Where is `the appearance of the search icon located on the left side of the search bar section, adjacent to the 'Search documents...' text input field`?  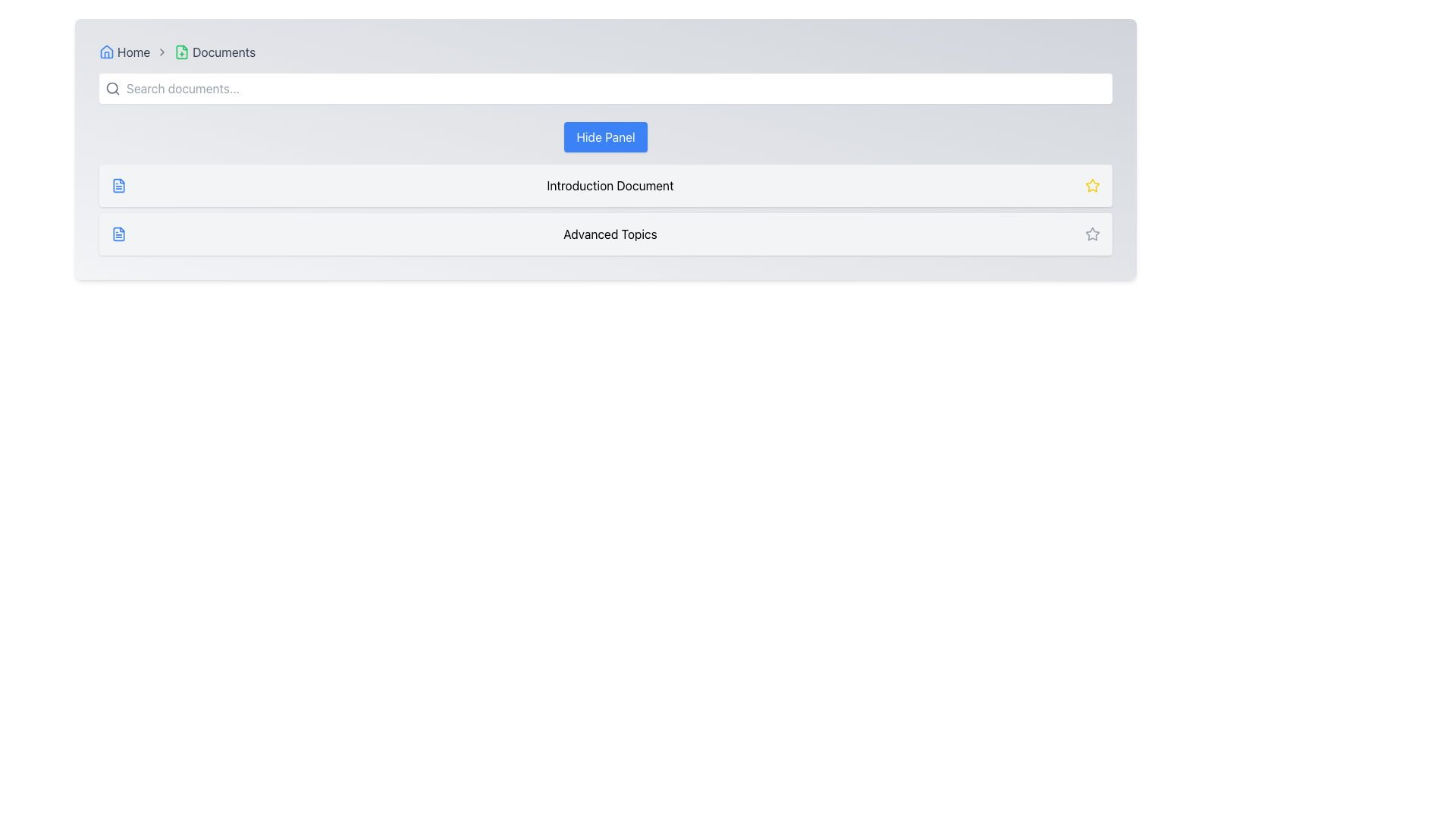 the appearance of the search icon located on the left side of the search bar section, adjacent to the 'Search documents...' text input field is located at coordinates (111, 88).